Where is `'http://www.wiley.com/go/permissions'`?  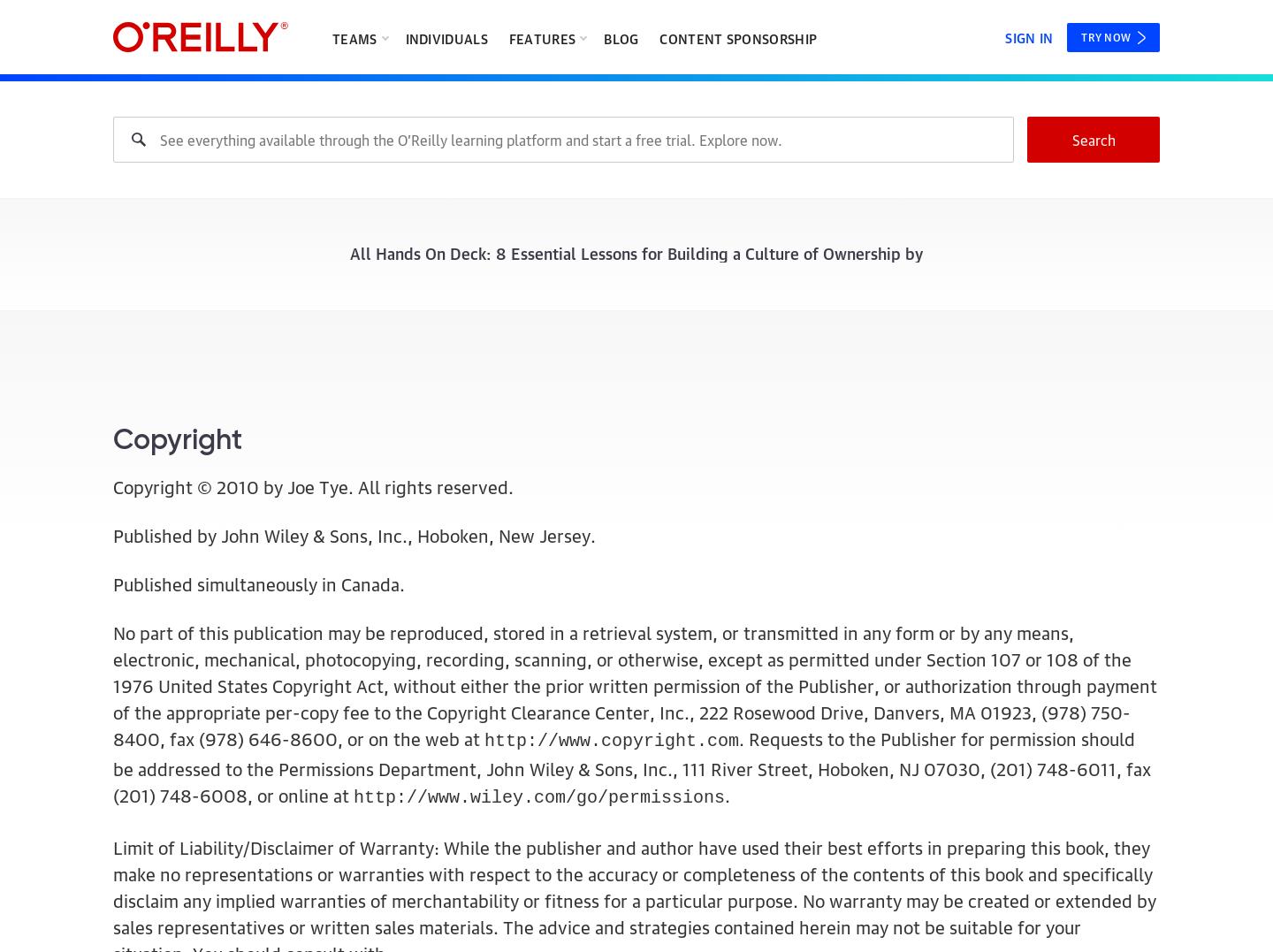
'http://www.wiley.com/go/permissions' is located at coordinates (537, 797).